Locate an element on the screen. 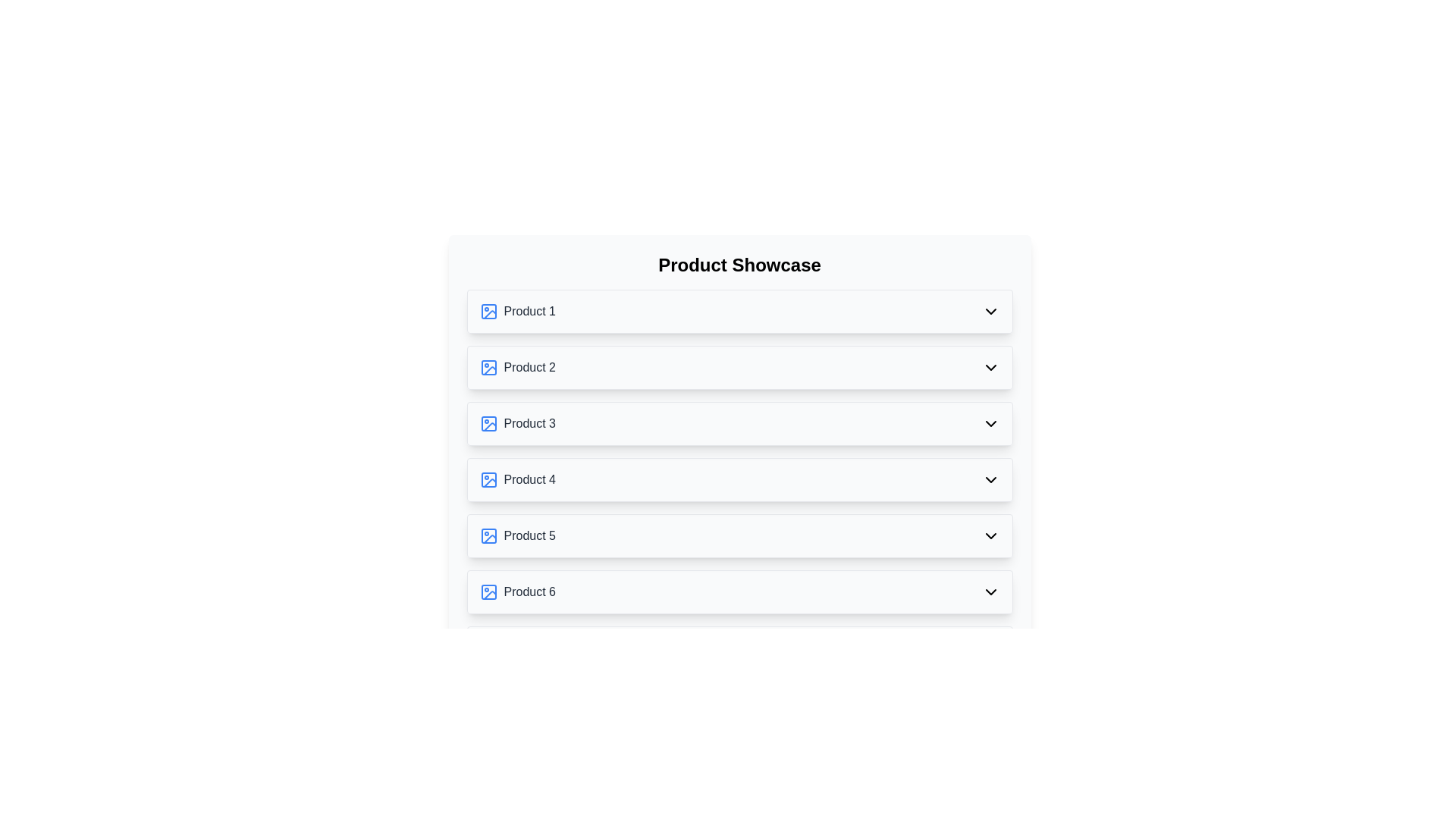 This screenshot has height=819, width=1456. the image icon next to the product titled Product 6 is located at coordinates (488, 591).